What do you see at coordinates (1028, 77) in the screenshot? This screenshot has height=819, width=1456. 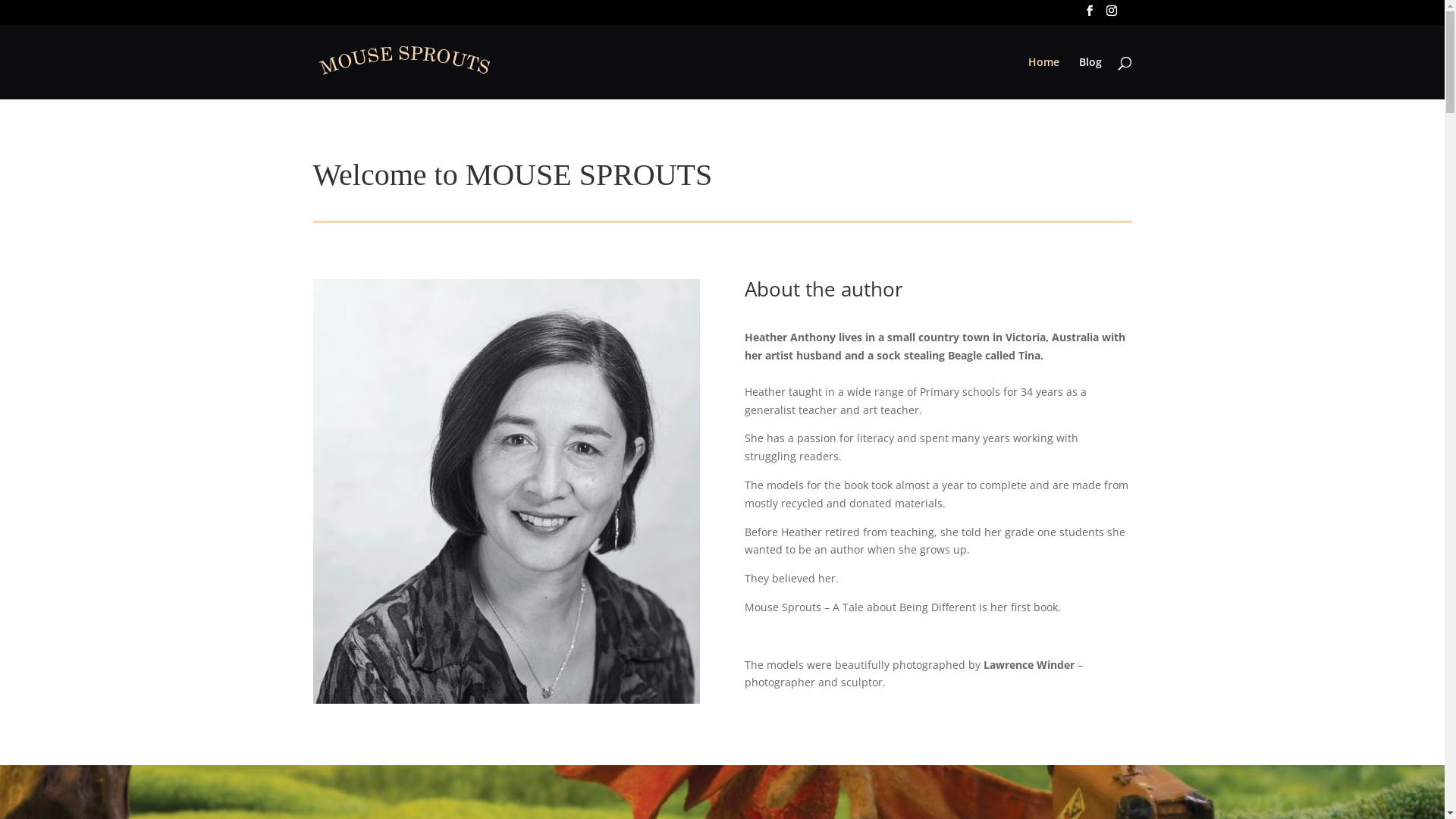 I see `'Home'` at bounding box center [1028, 77].